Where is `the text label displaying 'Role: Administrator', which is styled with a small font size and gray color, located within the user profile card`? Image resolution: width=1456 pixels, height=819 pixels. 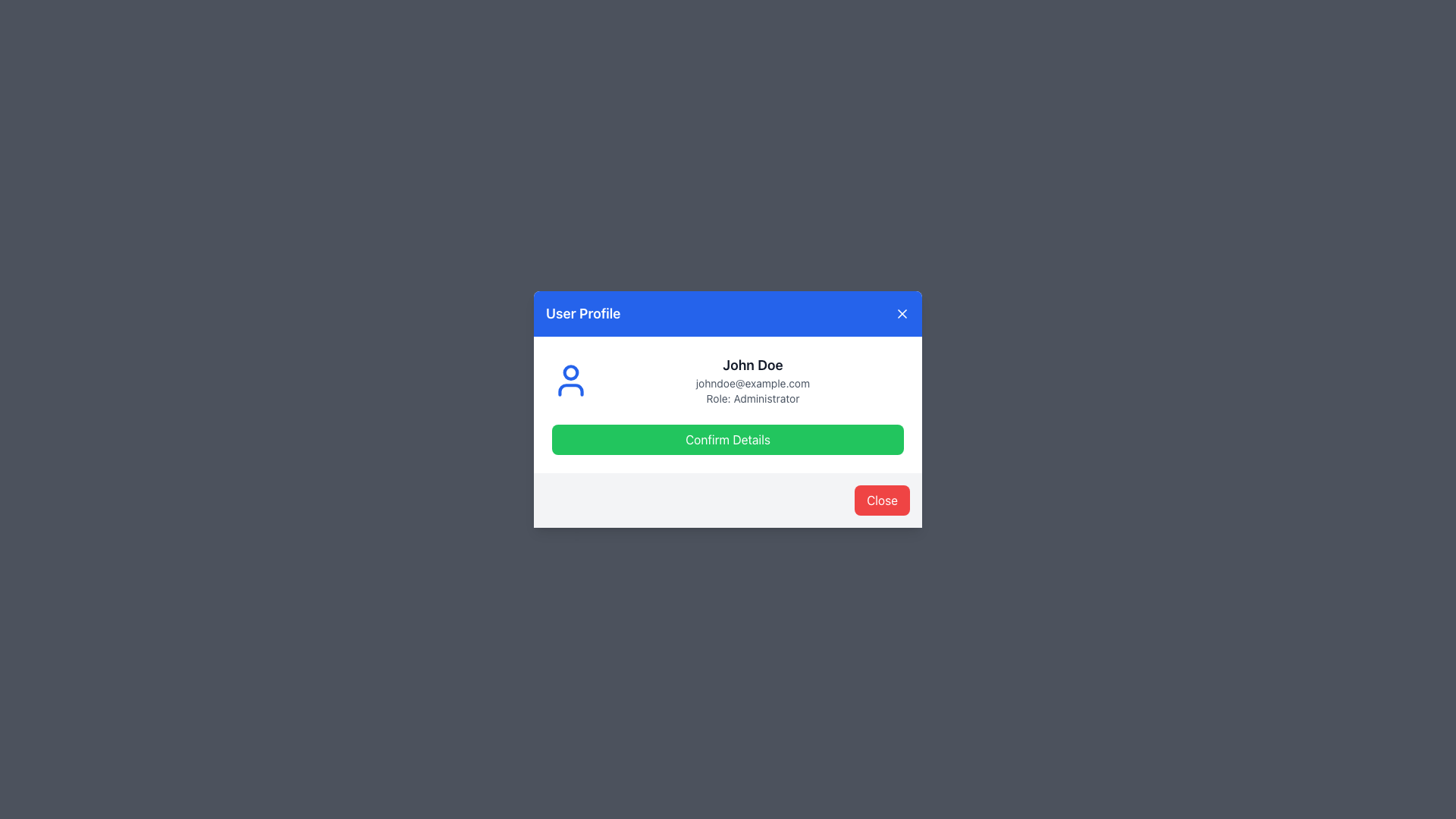 the text label displaying 'Role: Administrator', which is styled with a small font size and gray color, located within the user profile card is located at coordinates (753, 397).